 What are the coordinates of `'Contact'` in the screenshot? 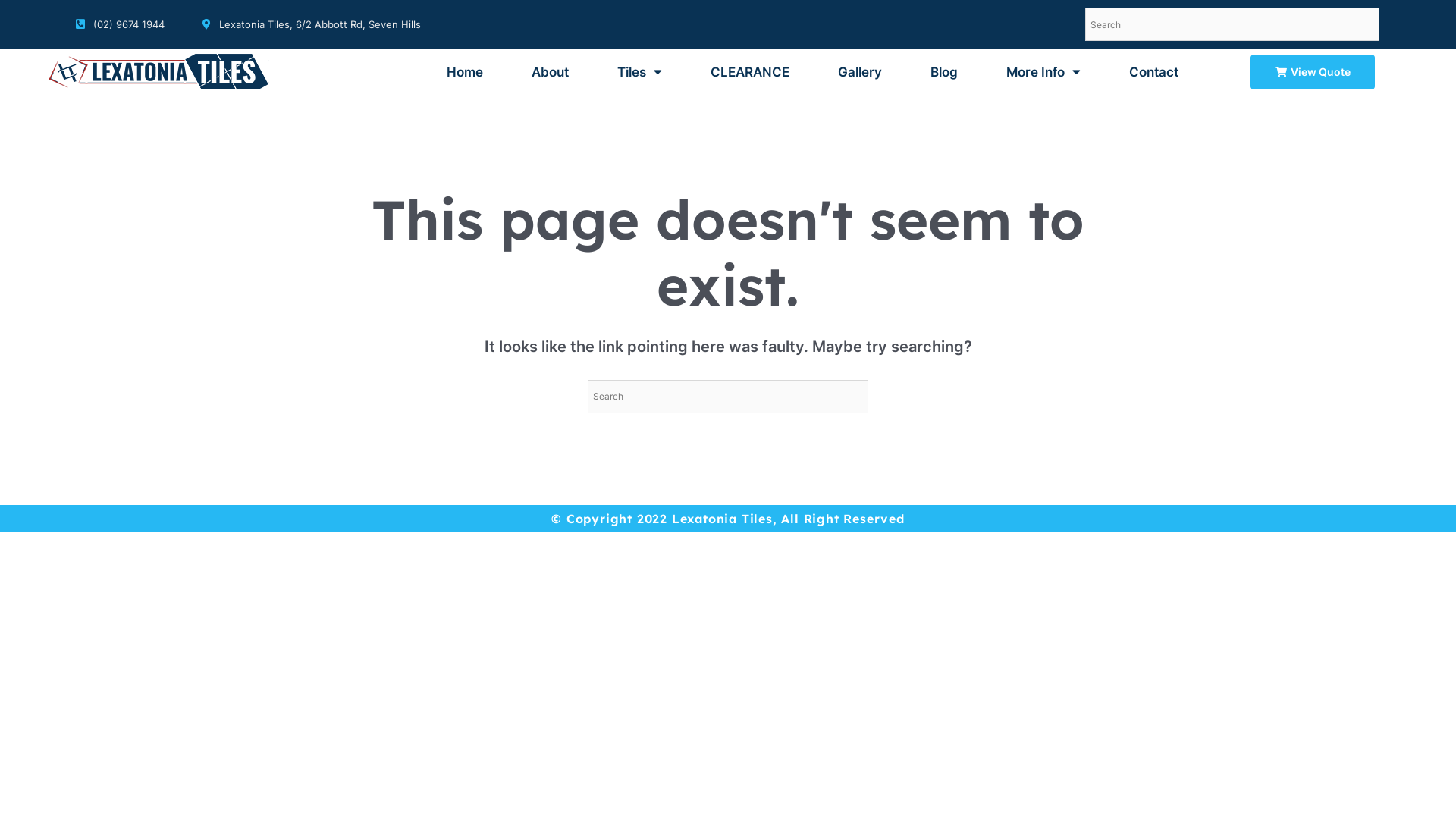 It's located at (1153, 72).